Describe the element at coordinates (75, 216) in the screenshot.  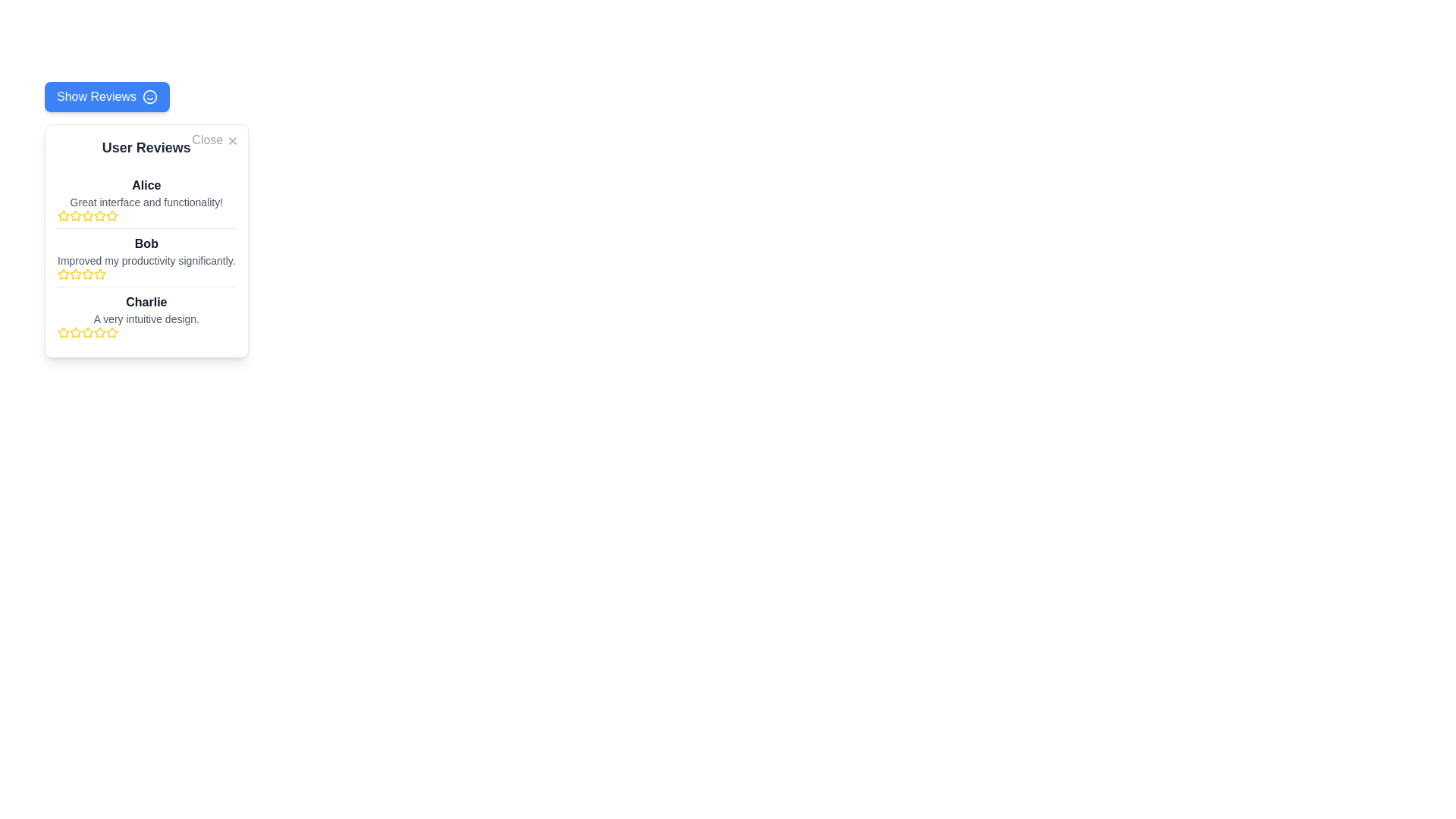
I see `the second yellow star icon in Alice's rating row, which has a hollow center and is styled with a bright yellow color` at that location.